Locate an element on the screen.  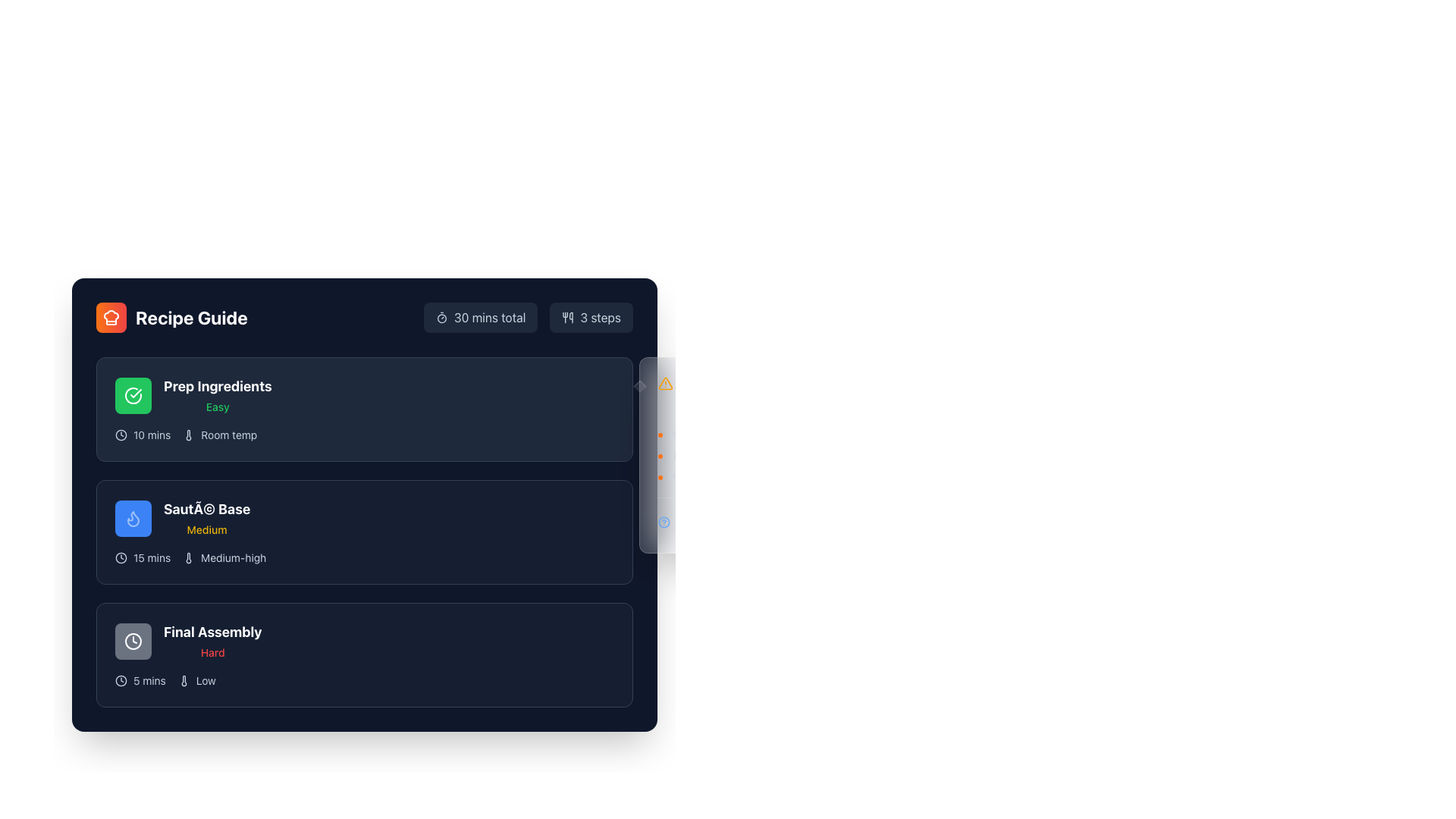
the thermometer icon representing the 'Medium-high' temperature level in the 'Sauté Base' section of the 'Recipe Guide.' is located at coordinates (188, 558).